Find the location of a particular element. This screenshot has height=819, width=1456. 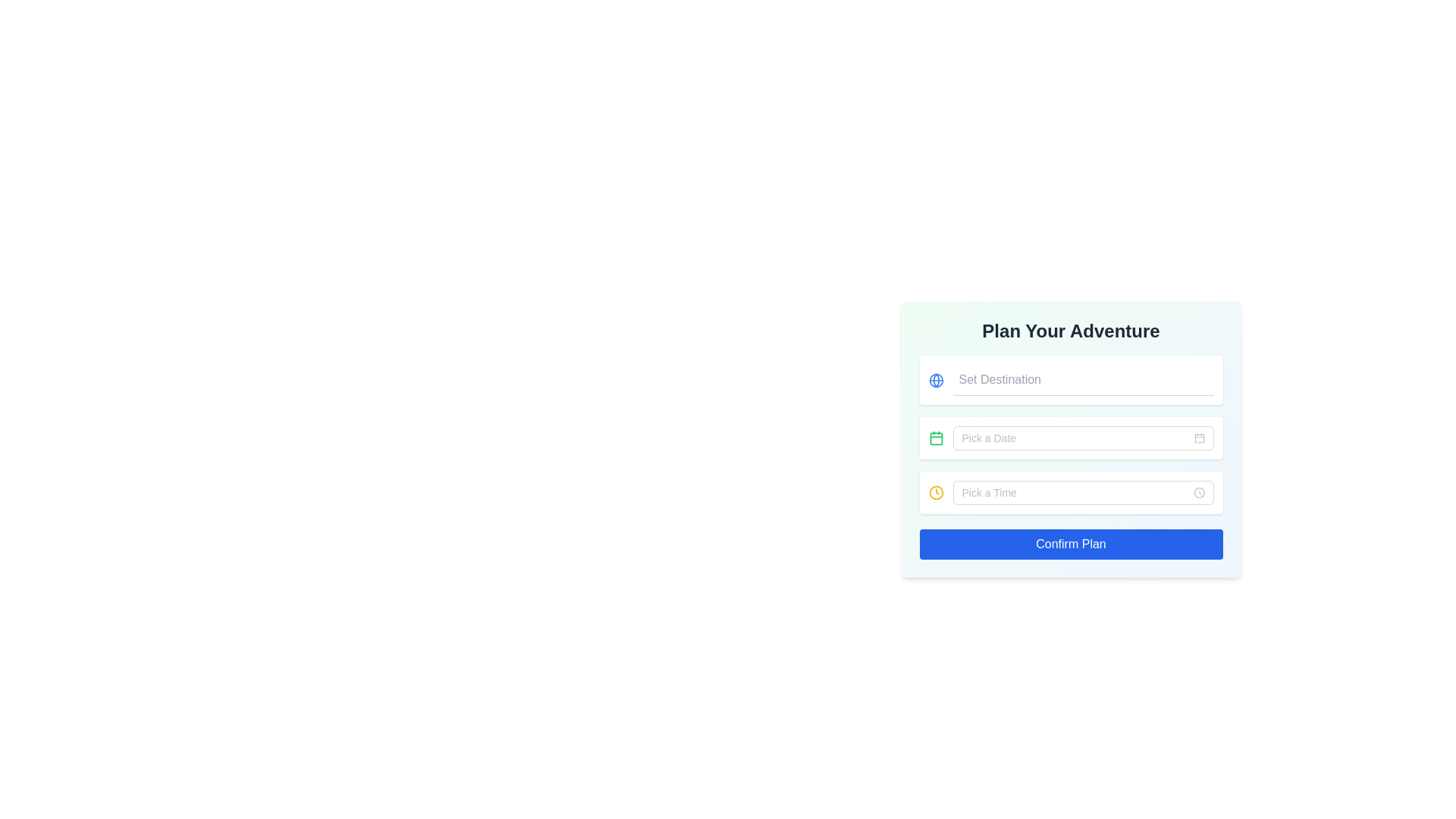

the clock icon located to the right of the 'Pick a Time' input field is located at coordinates (1198, 493).